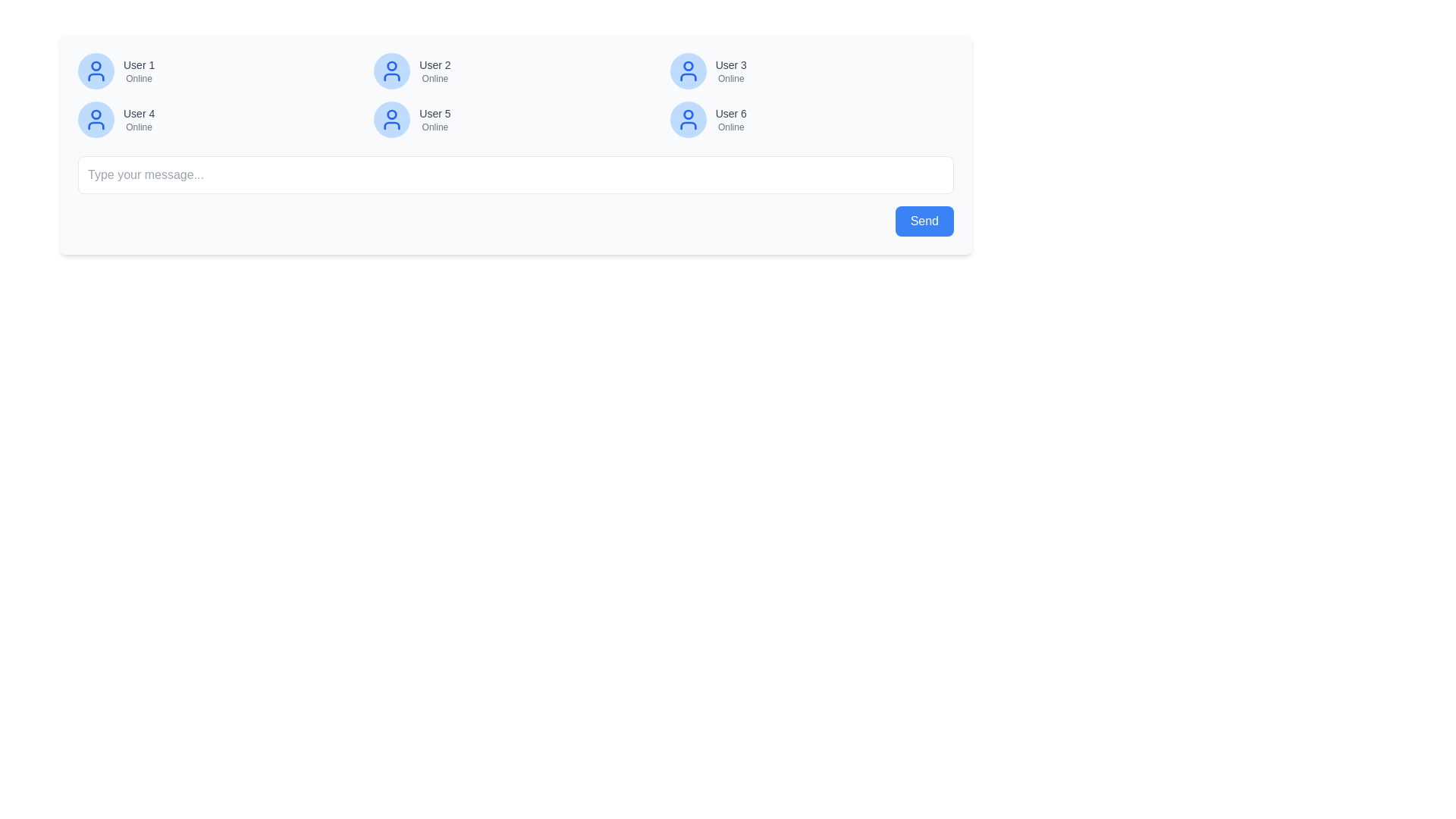 This screenshot has width=1456, height=819. I want to click on the icon representing 'User 3 Online' located in the third column, second row of the user status grid, so click(687, 71).